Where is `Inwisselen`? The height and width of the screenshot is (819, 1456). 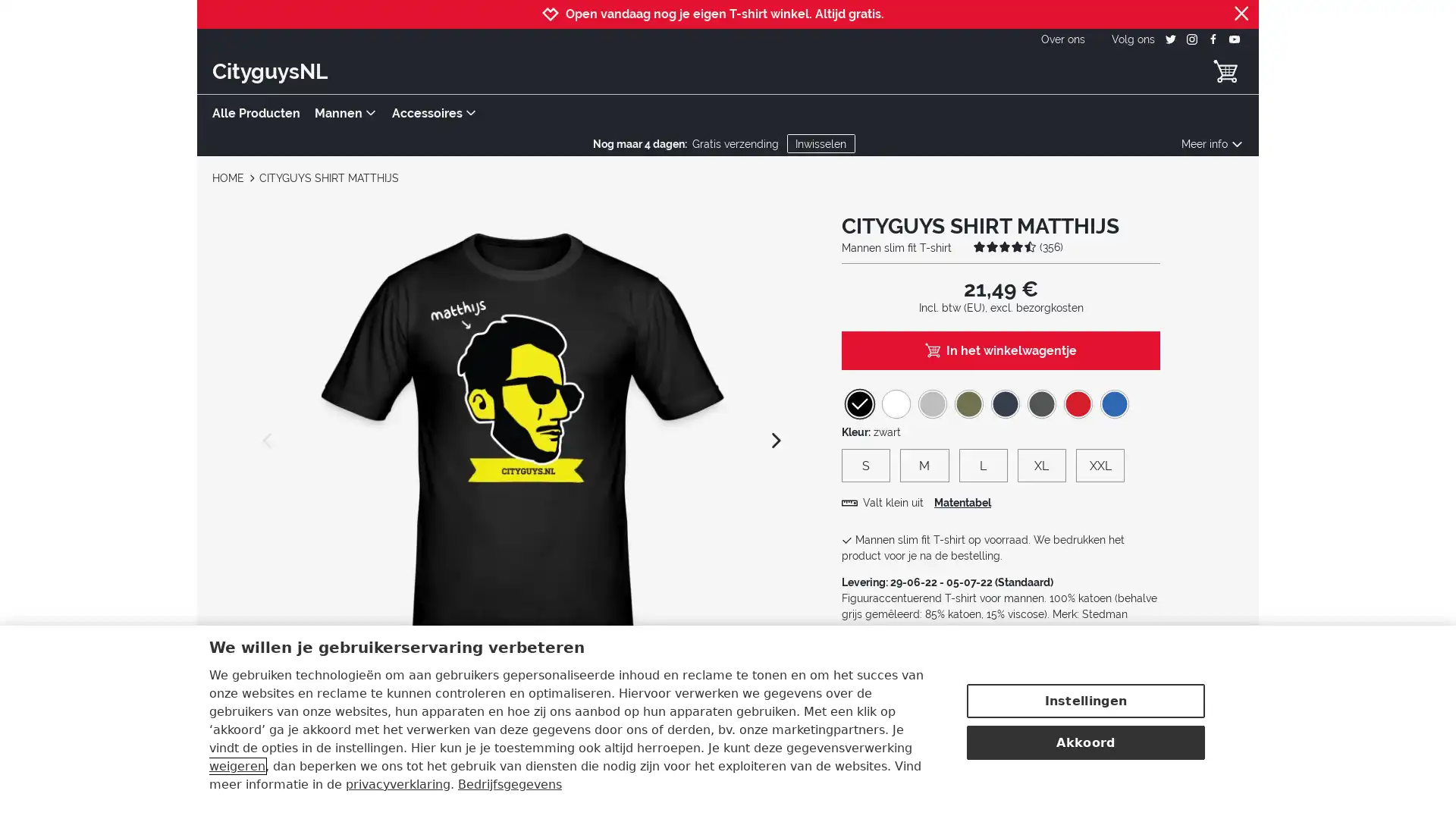 Inwisselen is located at coordinates (819, 143).